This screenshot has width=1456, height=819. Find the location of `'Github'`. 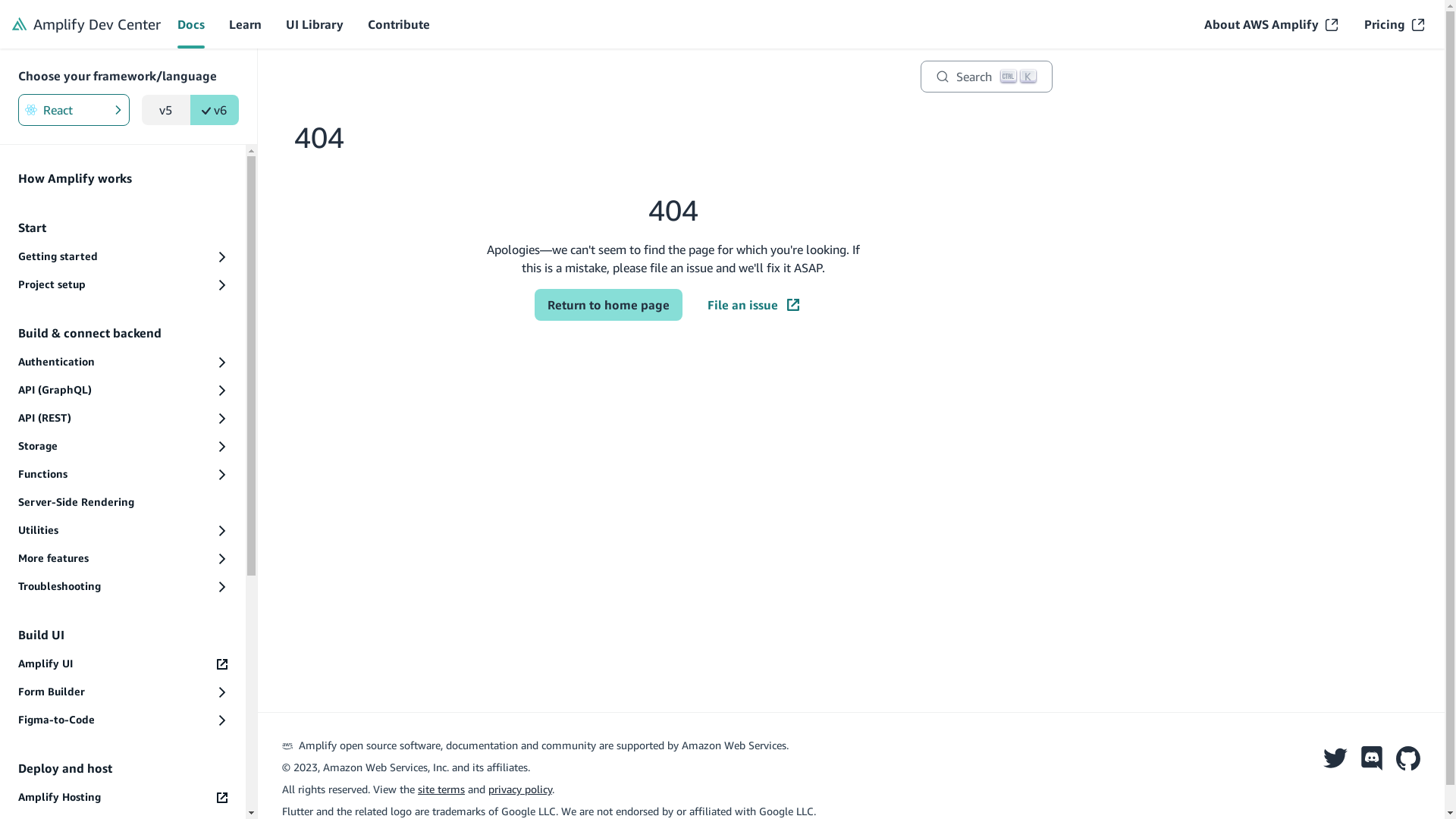

'Github' is located at coordinates (1407, 755).